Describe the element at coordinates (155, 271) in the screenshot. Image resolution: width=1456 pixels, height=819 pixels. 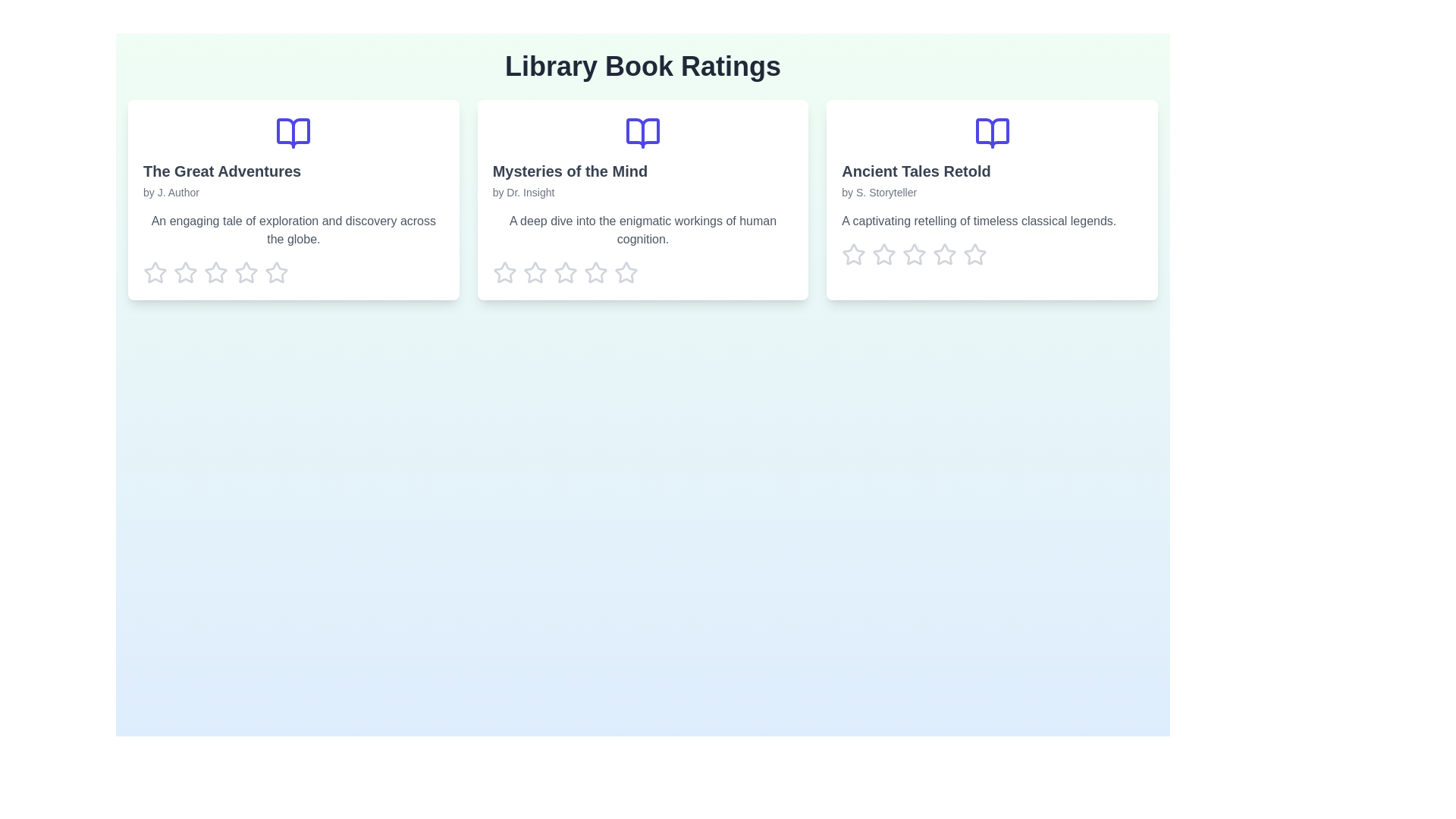
I see `the rating for a book to 1 stars by clicking on the corresponding star` at that location.